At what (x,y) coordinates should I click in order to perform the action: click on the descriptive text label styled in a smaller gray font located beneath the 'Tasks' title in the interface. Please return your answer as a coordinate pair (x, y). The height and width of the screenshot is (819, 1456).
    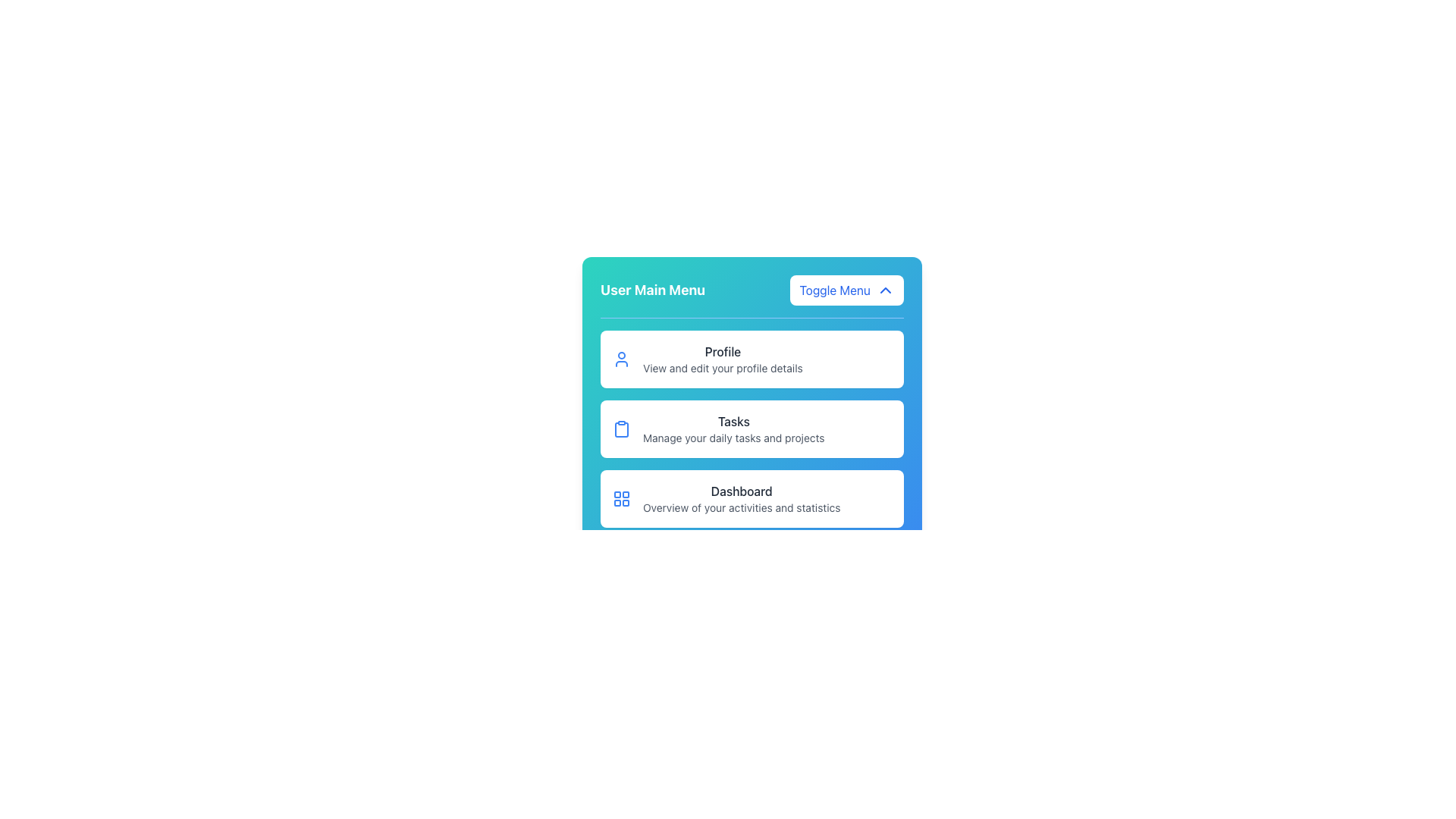
    Looking at the image, I should click on (733, 438).